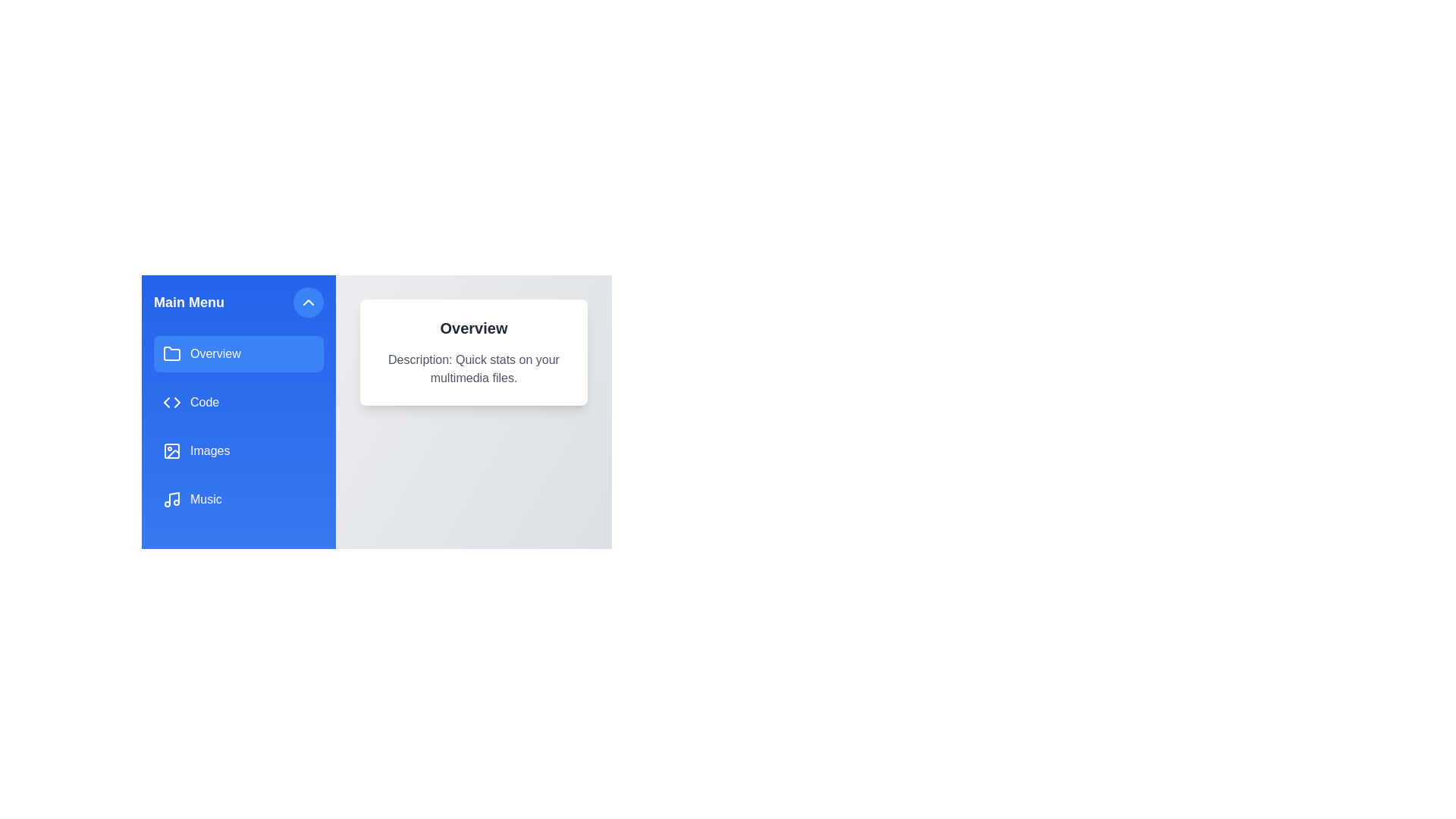 The image size is (1456, 819). I want to click on keyboard navigation, so click(238, 353).